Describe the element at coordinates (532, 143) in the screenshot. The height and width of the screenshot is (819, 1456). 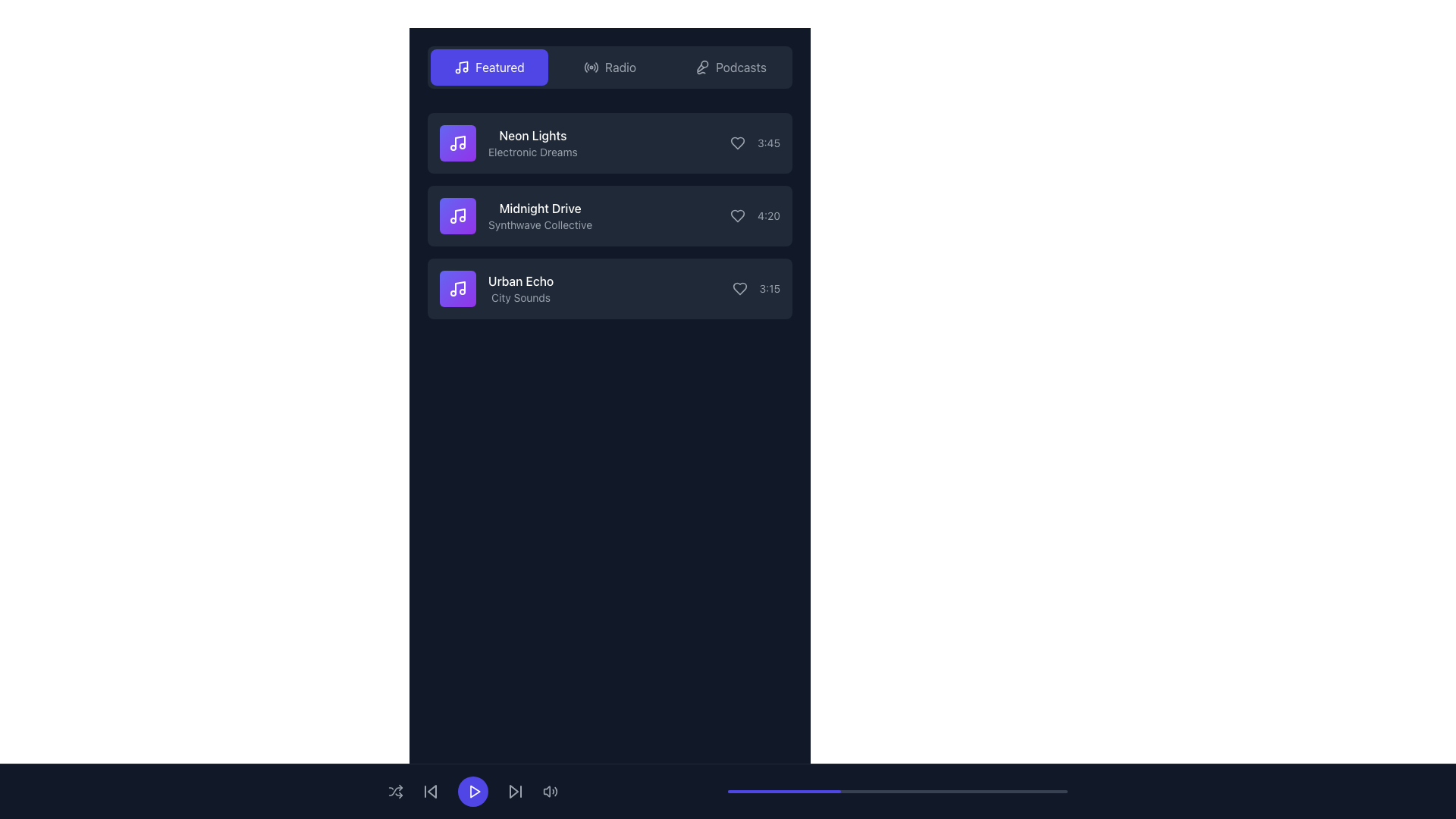
I see `the title and subtitle text display of the first song item in the list, located below the 'Featured' tab and to the right of the music note icon` at that location.